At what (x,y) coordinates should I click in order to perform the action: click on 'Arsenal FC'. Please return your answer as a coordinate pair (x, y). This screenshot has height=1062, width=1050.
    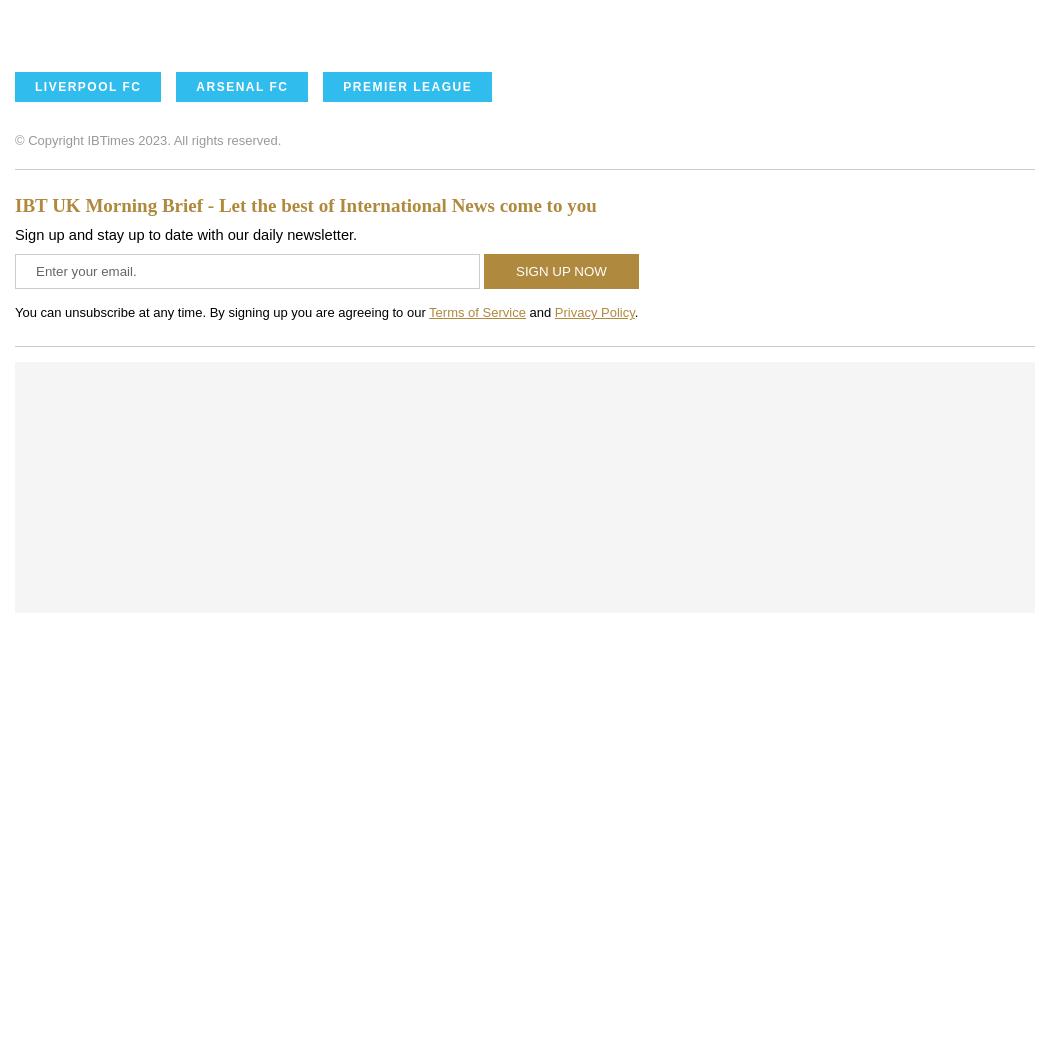
    Looking at the image, I should click on (242, 86).